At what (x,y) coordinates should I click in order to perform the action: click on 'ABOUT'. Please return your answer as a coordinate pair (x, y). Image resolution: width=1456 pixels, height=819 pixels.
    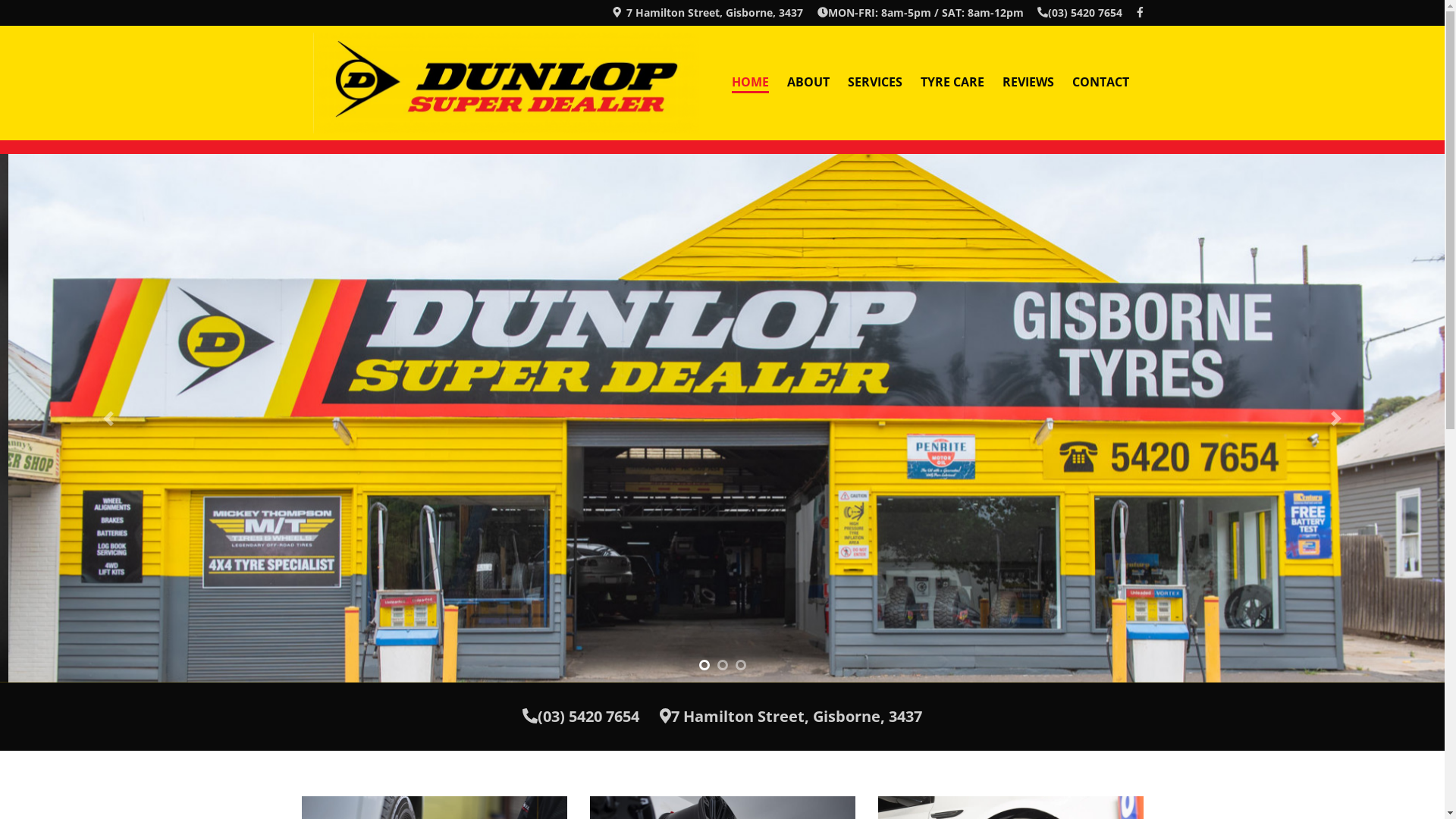
    Looking at the image, I should click on (807, 83).